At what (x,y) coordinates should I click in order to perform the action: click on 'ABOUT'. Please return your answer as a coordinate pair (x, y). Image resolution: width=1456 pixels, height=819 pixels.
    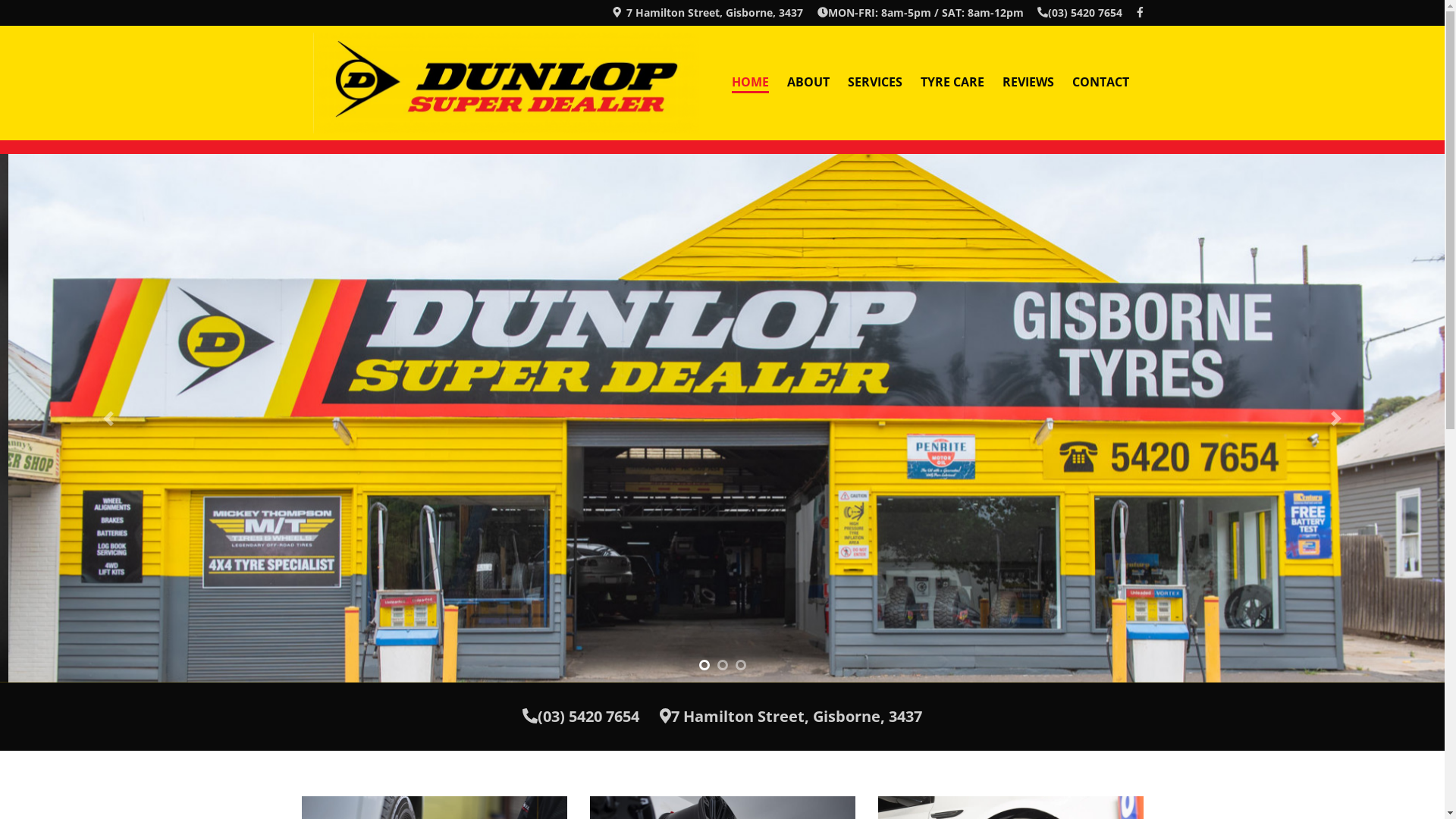
    Looking at the image, I should click on (807, 83).